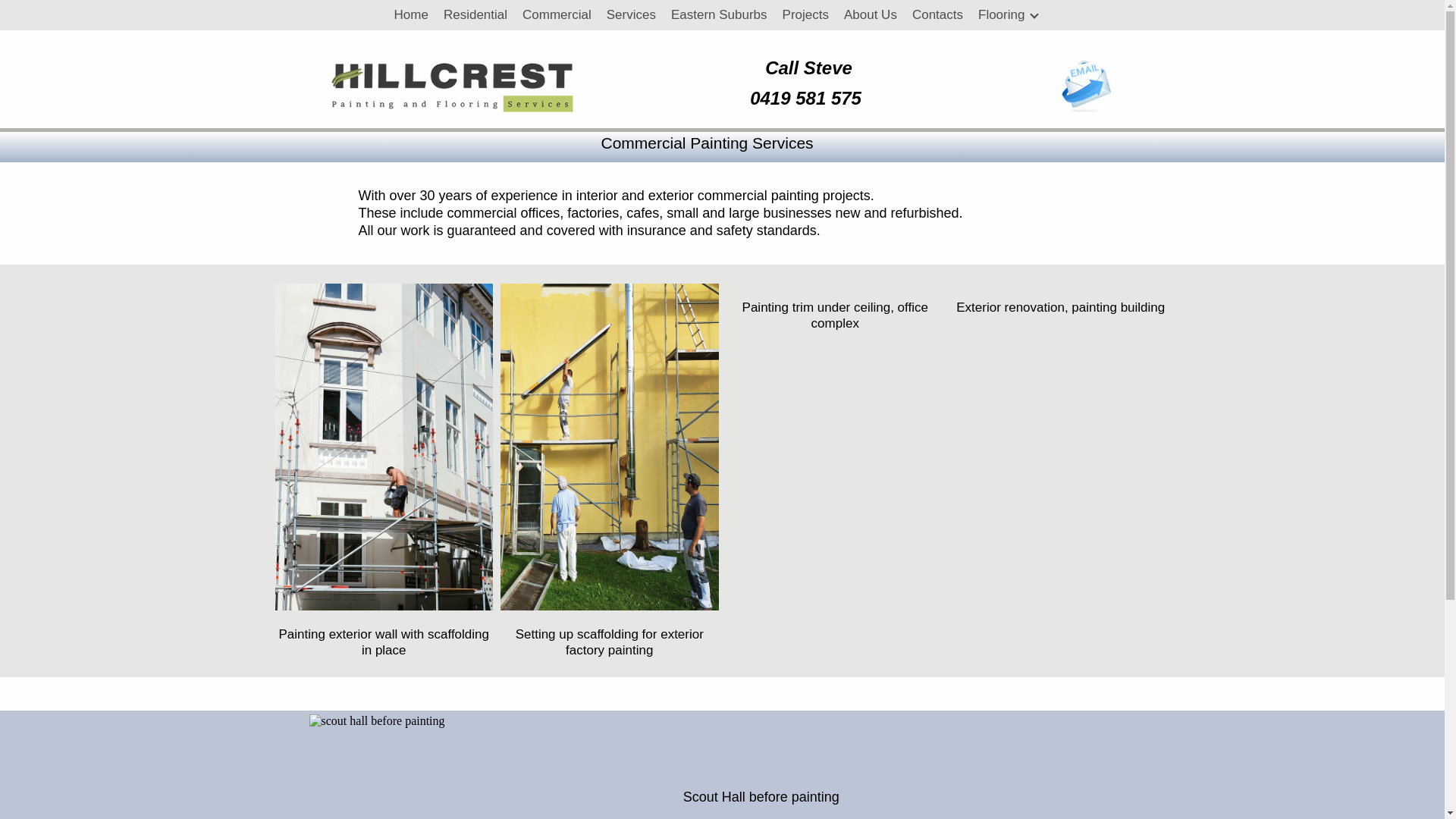  Describe the element at coordinates (663, 14) in the screenshot. I see `'Eastern Suburbs'` at that location.